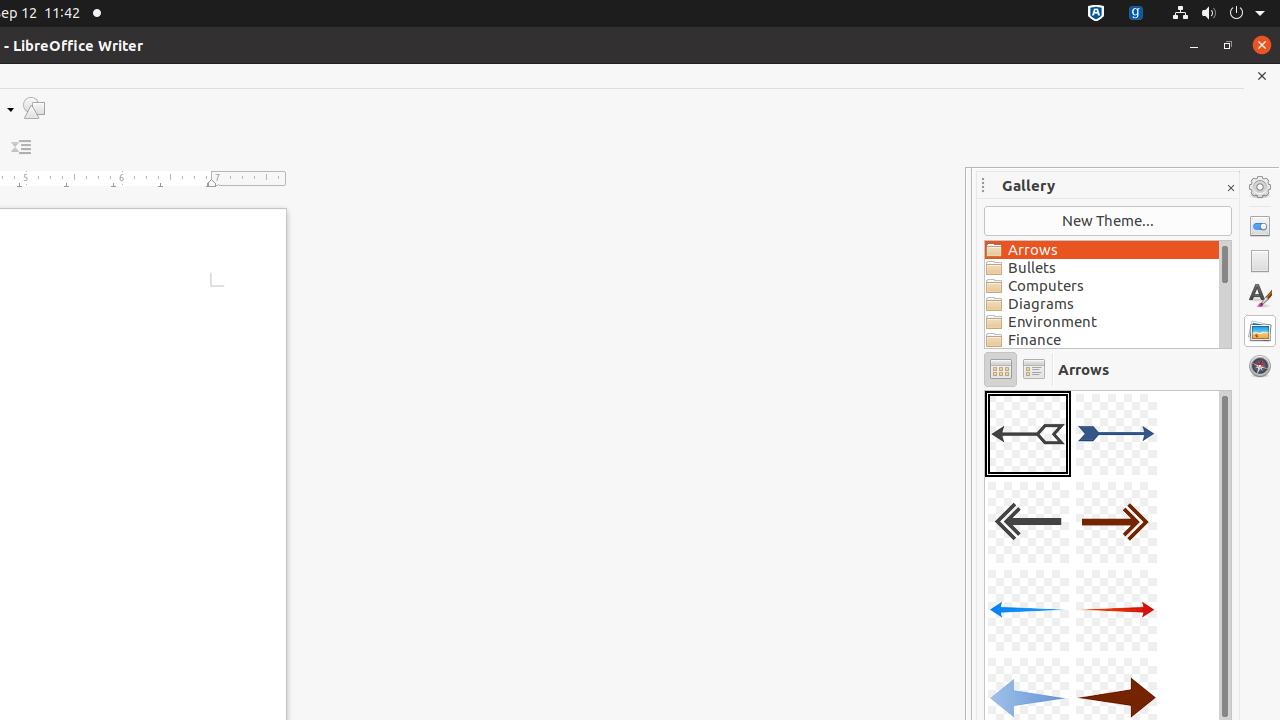 This screenshot has width=1280, height=720. What do you see at coordinates (21, 146) in the screenshot?
I see `'Decrease'` at bounding box center [21, 146].